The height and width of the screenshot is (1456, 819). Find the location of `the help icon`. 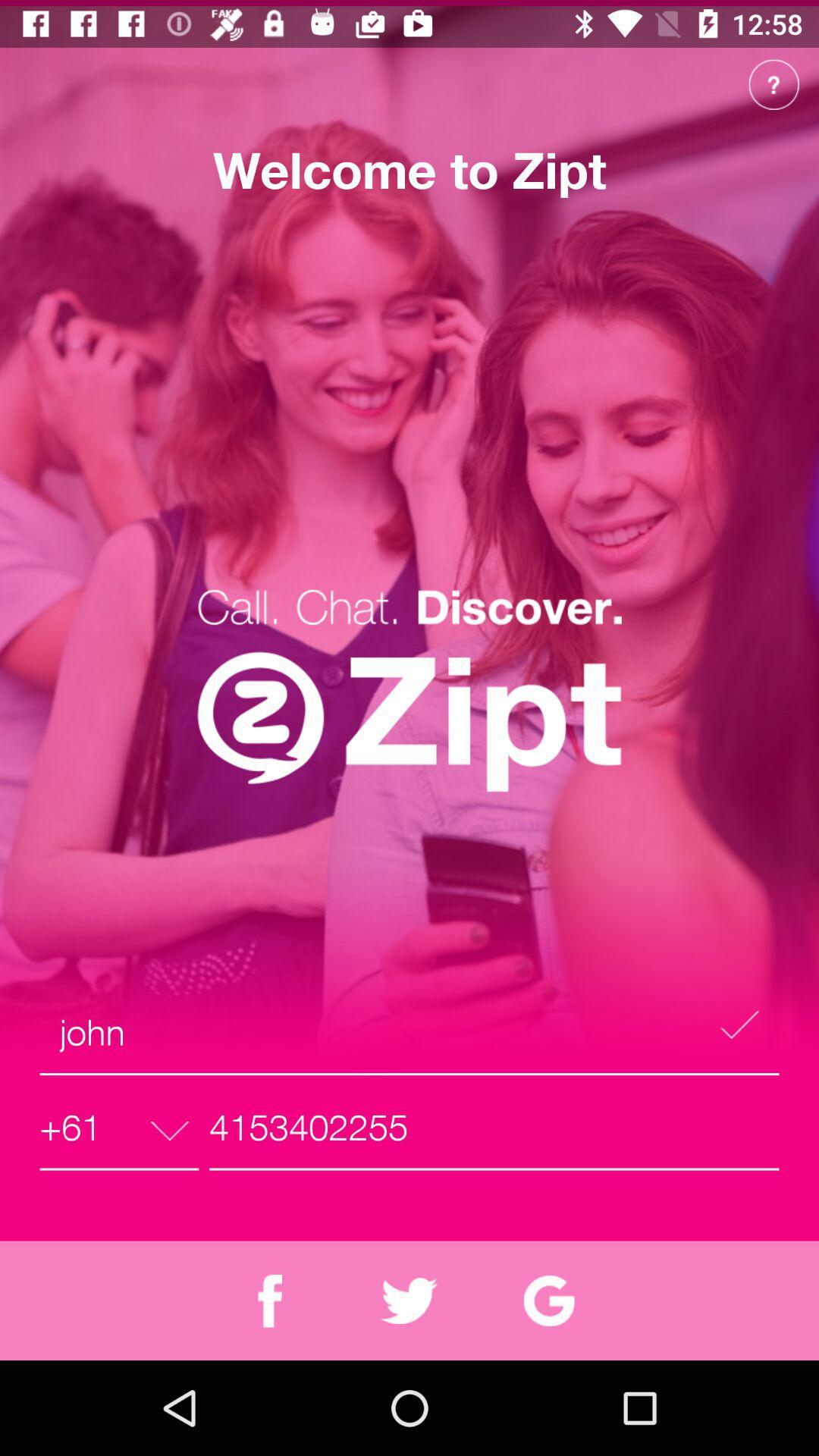

the help icon is located at coordinates (773, 83).